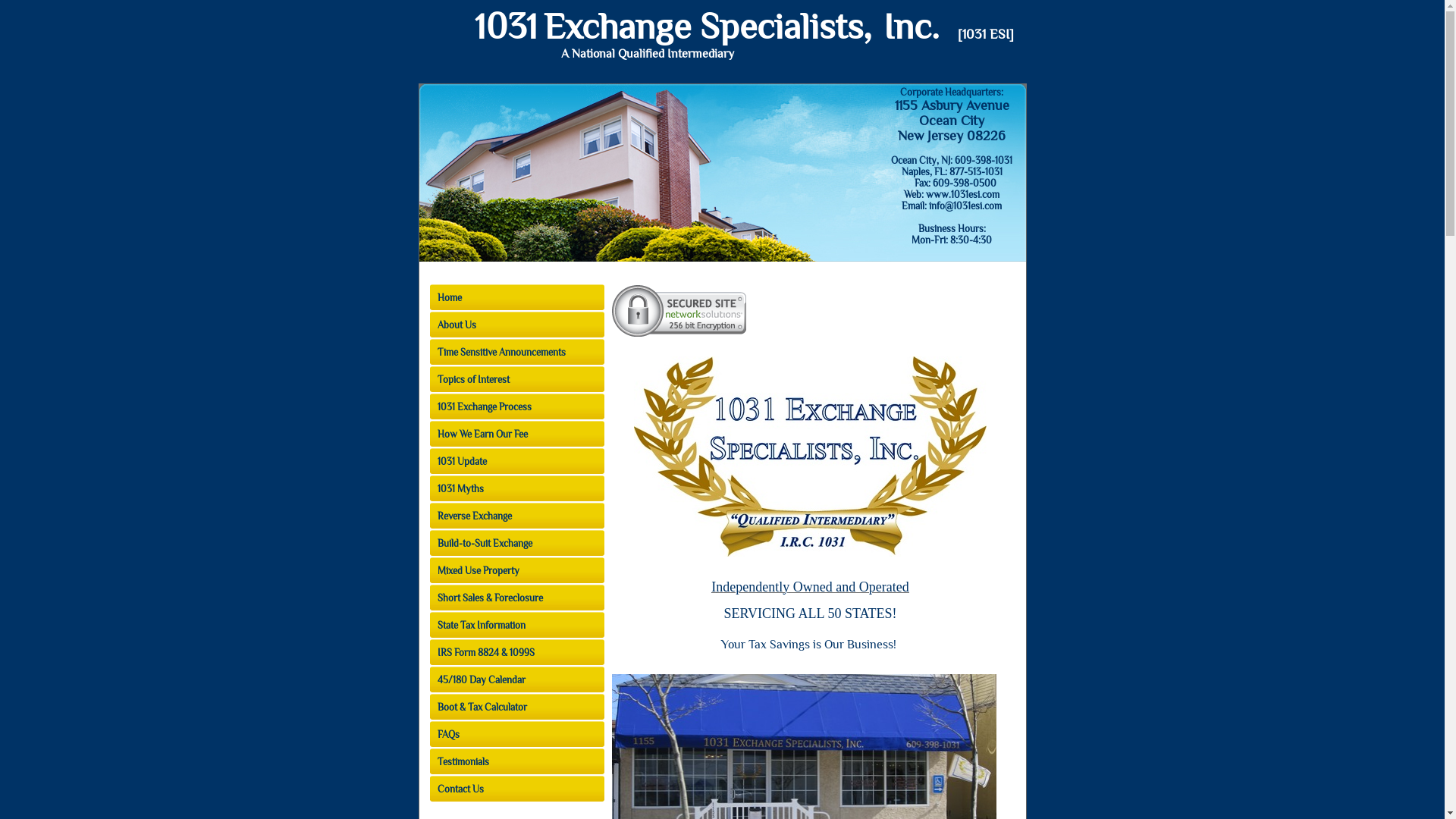 This screenshot has width=1456, height=819. I want to click on 'Contact Us', so click(516, 788).